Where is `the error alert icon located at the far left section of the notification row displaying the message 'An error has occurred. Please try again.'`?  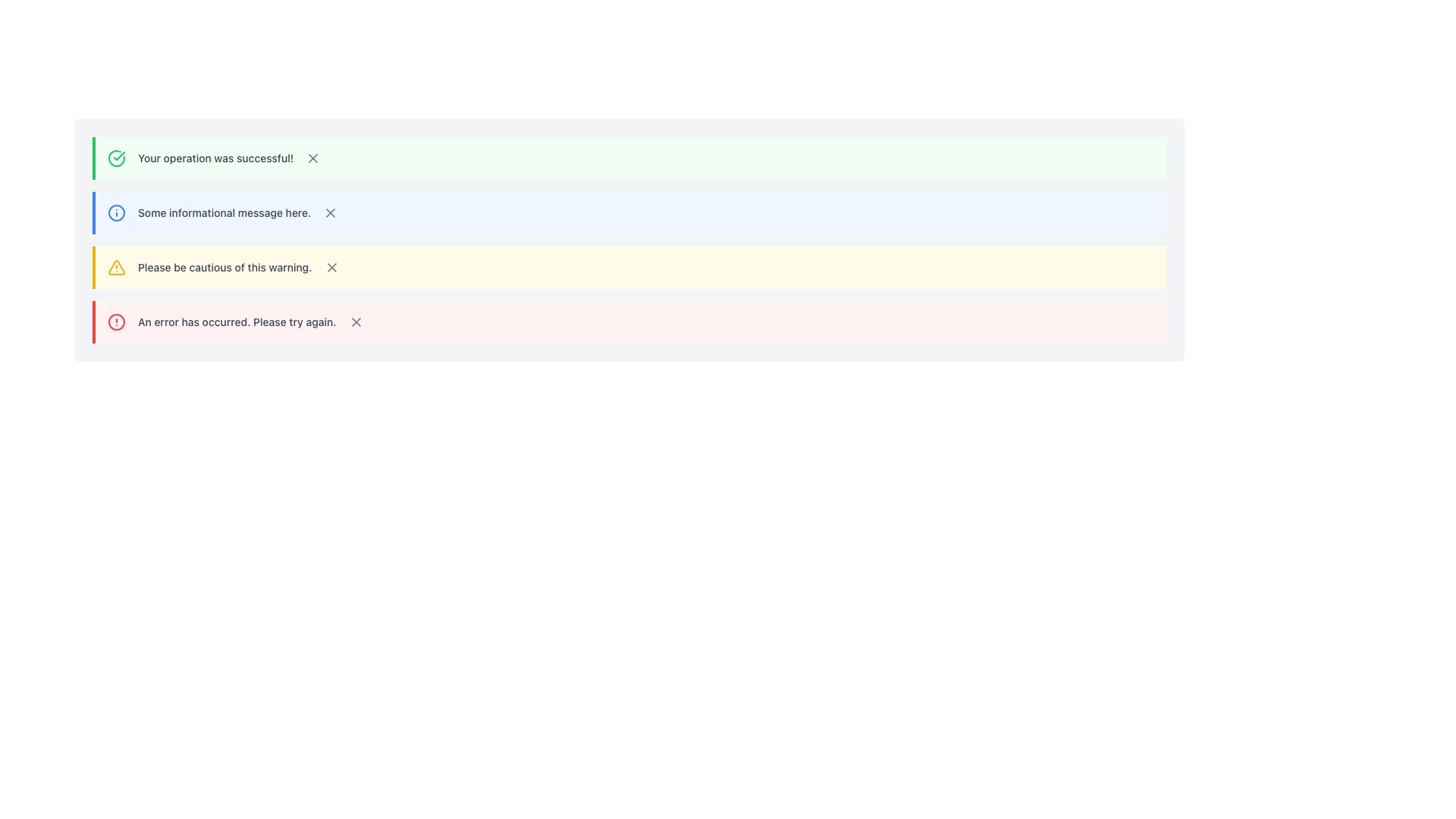 the error alert icon located at the far left section of the notification row displaying the message 'An error has occurred. Please try again.' is located at coordinates (115, 321).